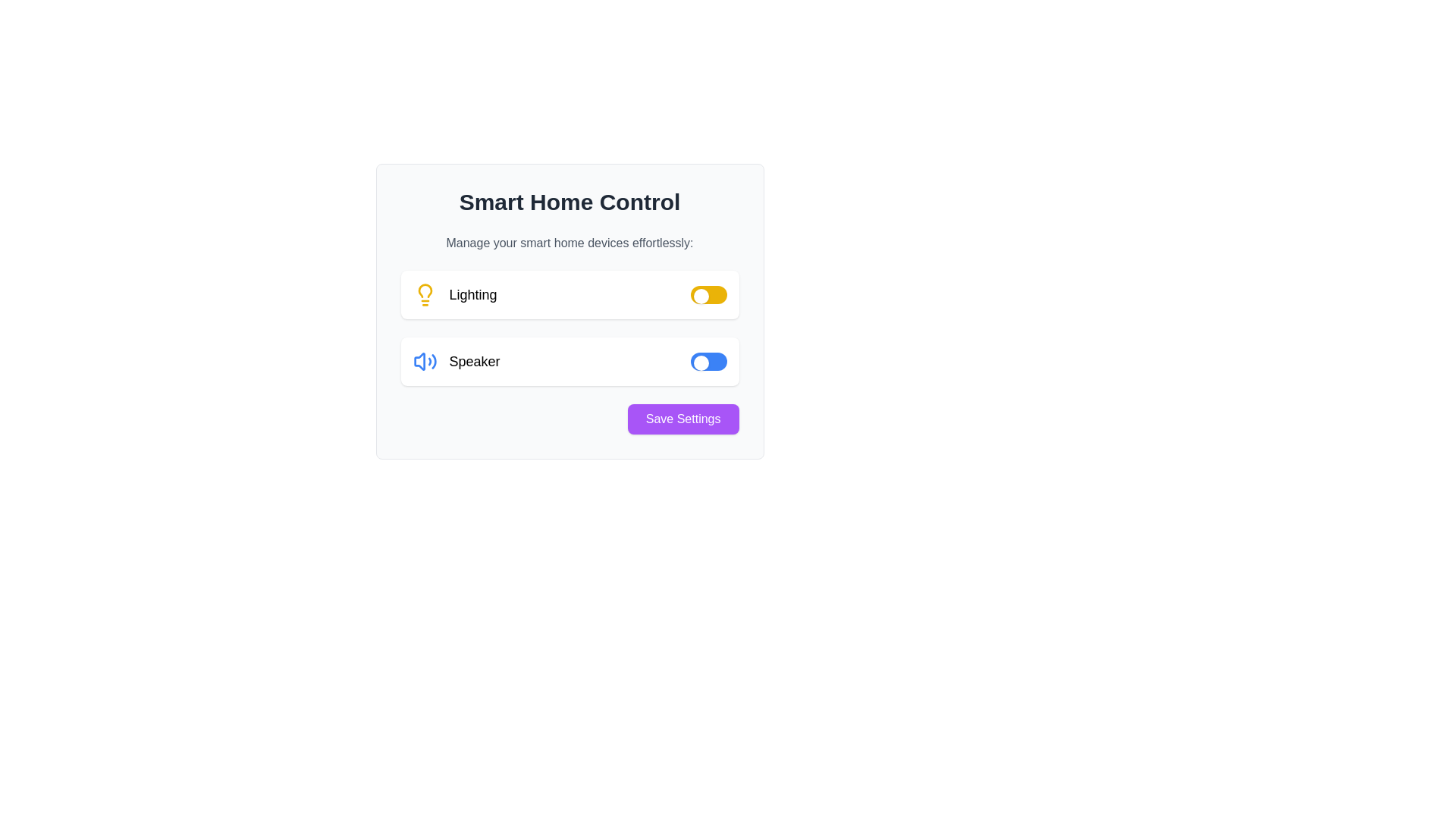 This screenshot has height=819, width=1456. I want to click on the speaker control icon located at the leftmost position in the second row of the Smart Home Control interface, so click(419, 362).